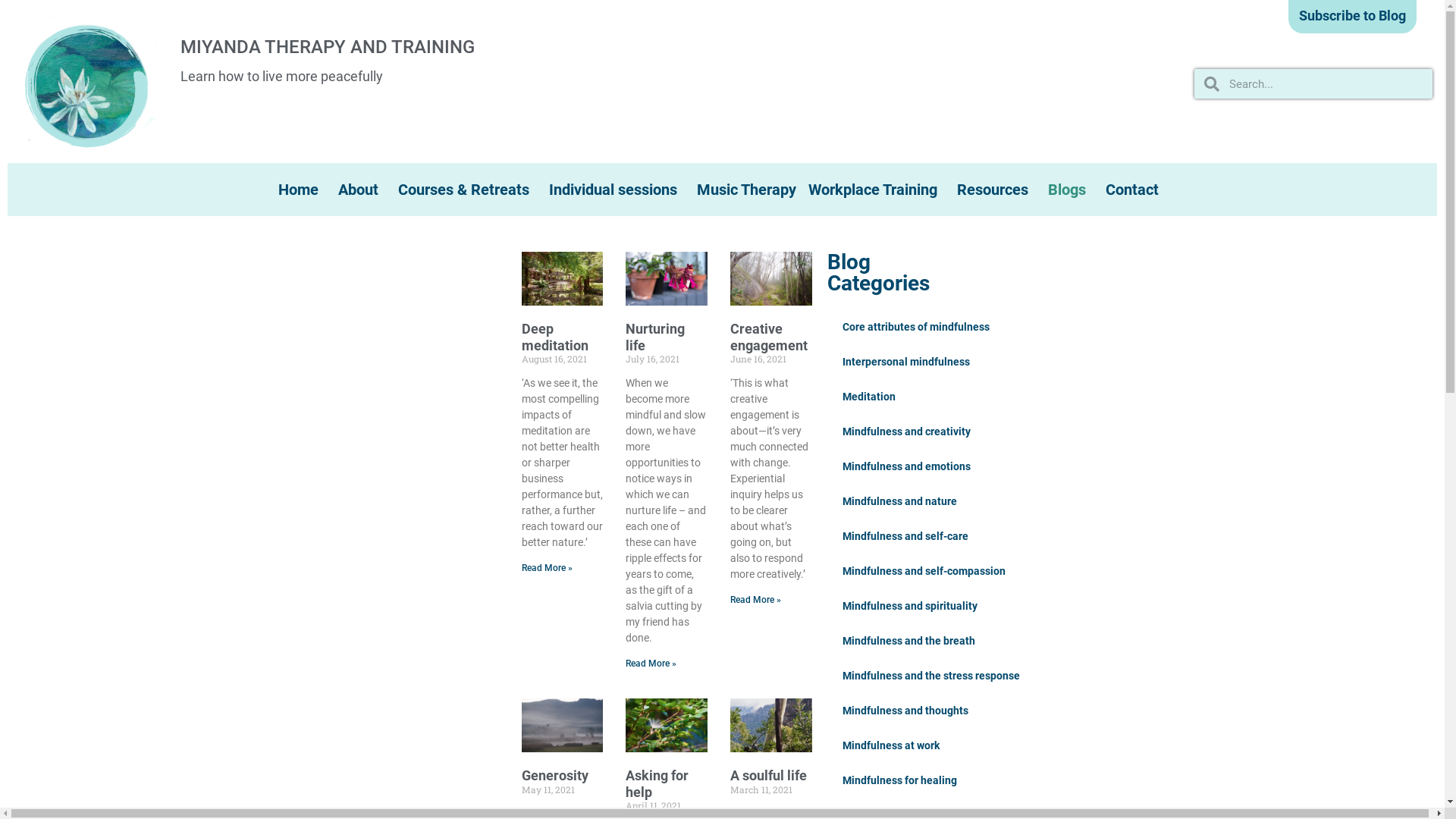 Image resolution: width=1456 pixels, height=819 pixels. Describe the element at coordinates (466, 189) in the screenshot. I see `'Courses & Retreats'` at that location.